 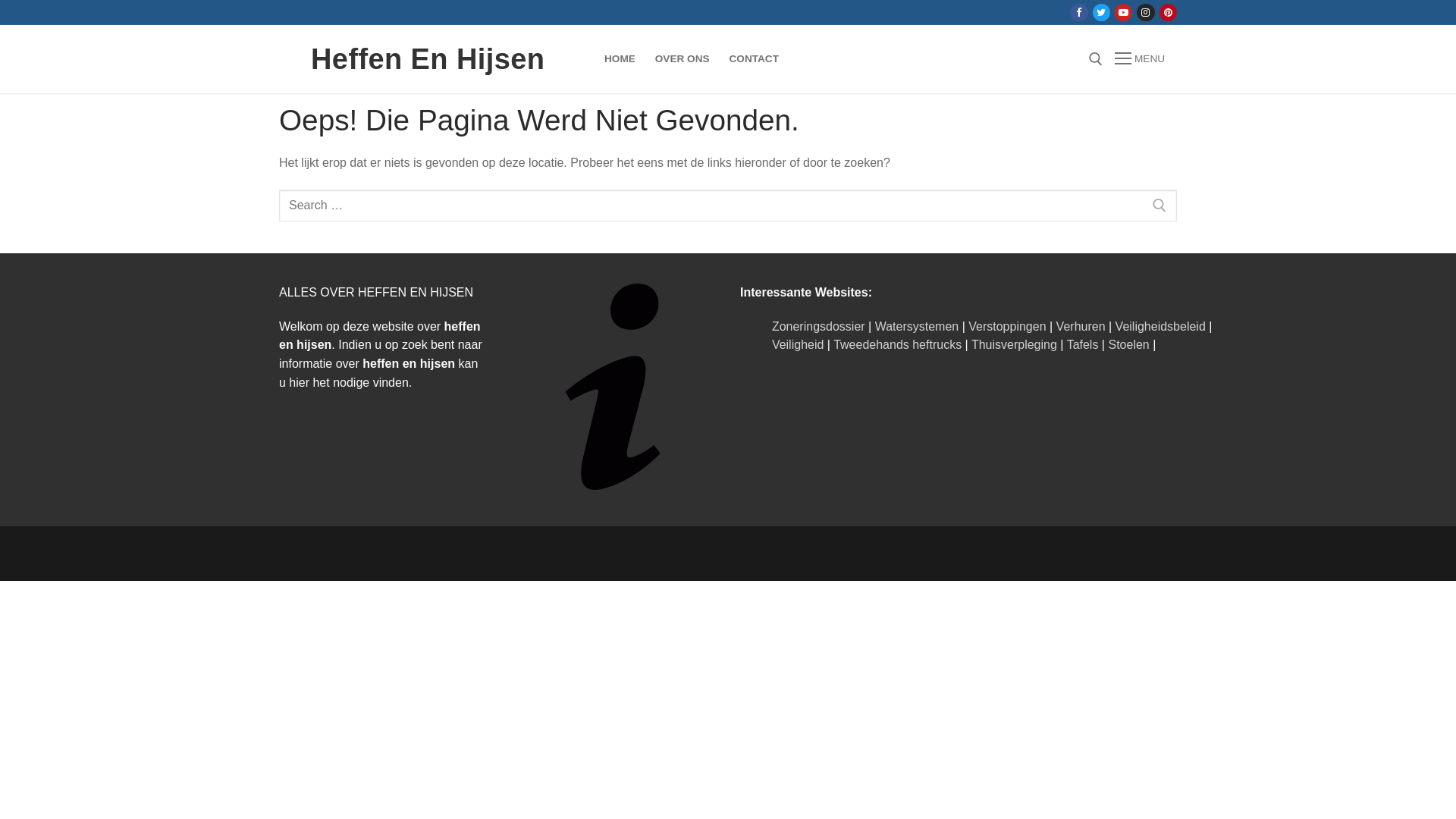 I want to click on 'Veiligheid', so click(x=797, y=344).